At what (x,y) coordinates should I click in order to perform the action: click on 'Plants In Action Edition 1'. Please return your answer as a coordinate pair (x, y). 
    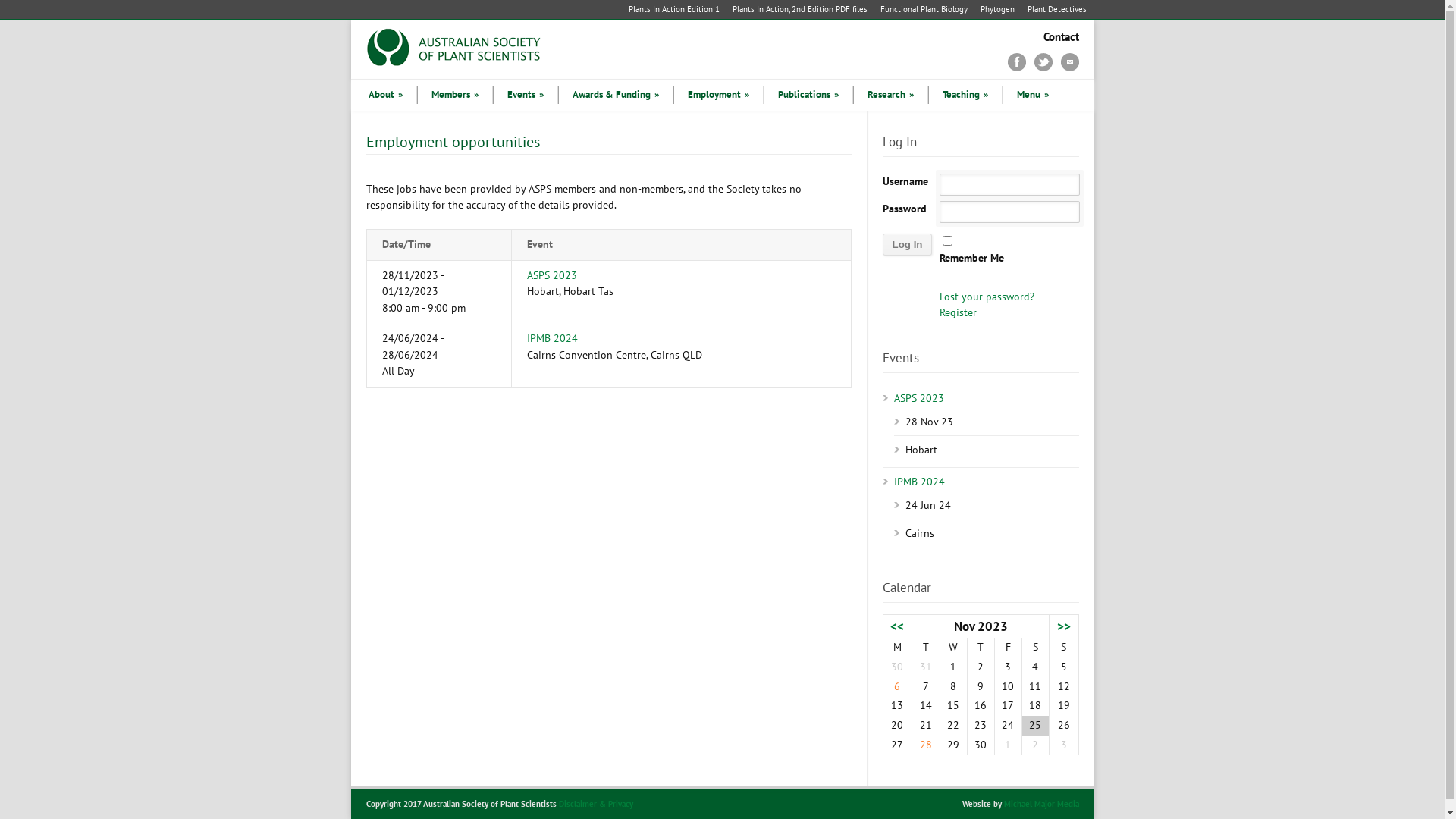
    Looking at the image, I should click on (676, 9).